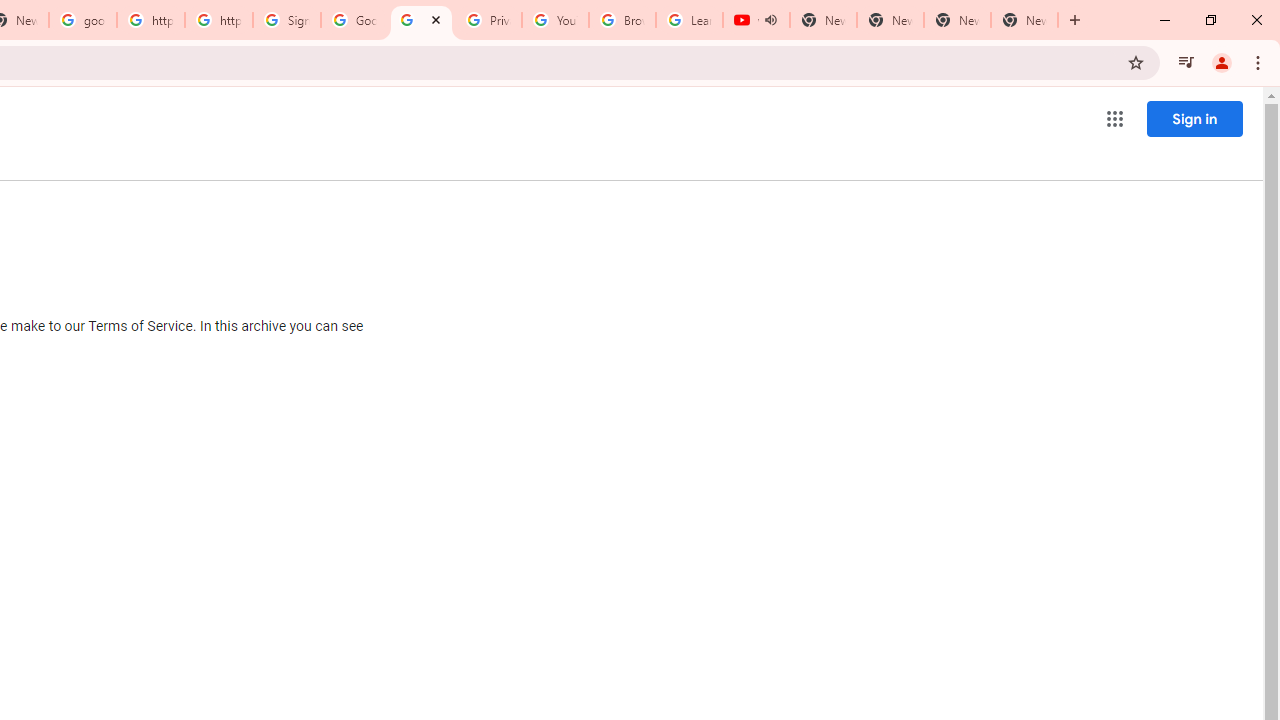  What do you see at coordinates (621, 20) in the screenshot?
I see `'Browse Chrome as a guest - Computer - Google Chrome Help'` at bounding box center [621, 20].